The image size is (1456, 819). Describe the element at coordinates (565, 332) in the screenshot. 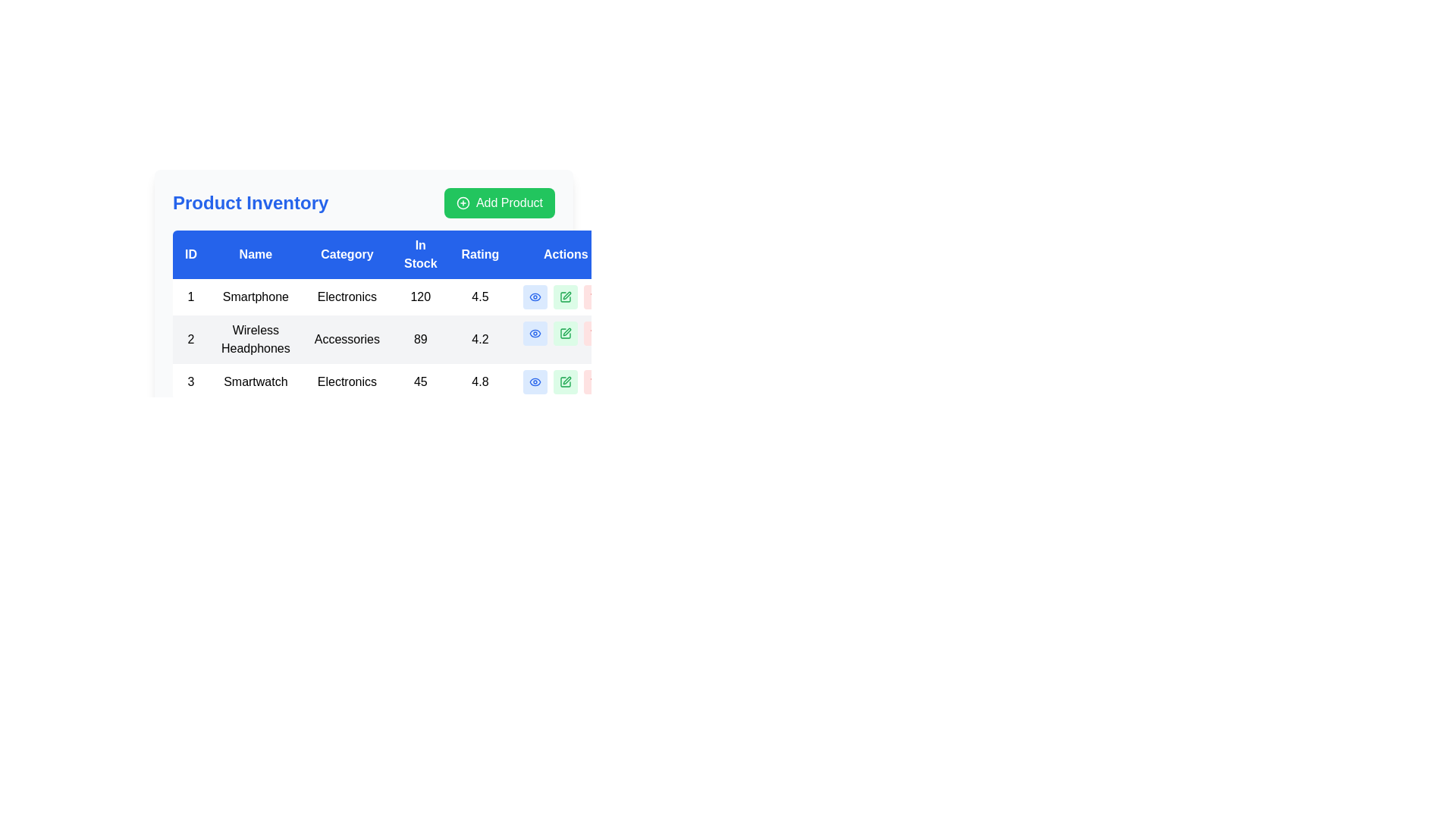

I see `the edit button located in the actions column of the second row, which is positioned between a blue eye icon button and a red trash icon button` at that location.